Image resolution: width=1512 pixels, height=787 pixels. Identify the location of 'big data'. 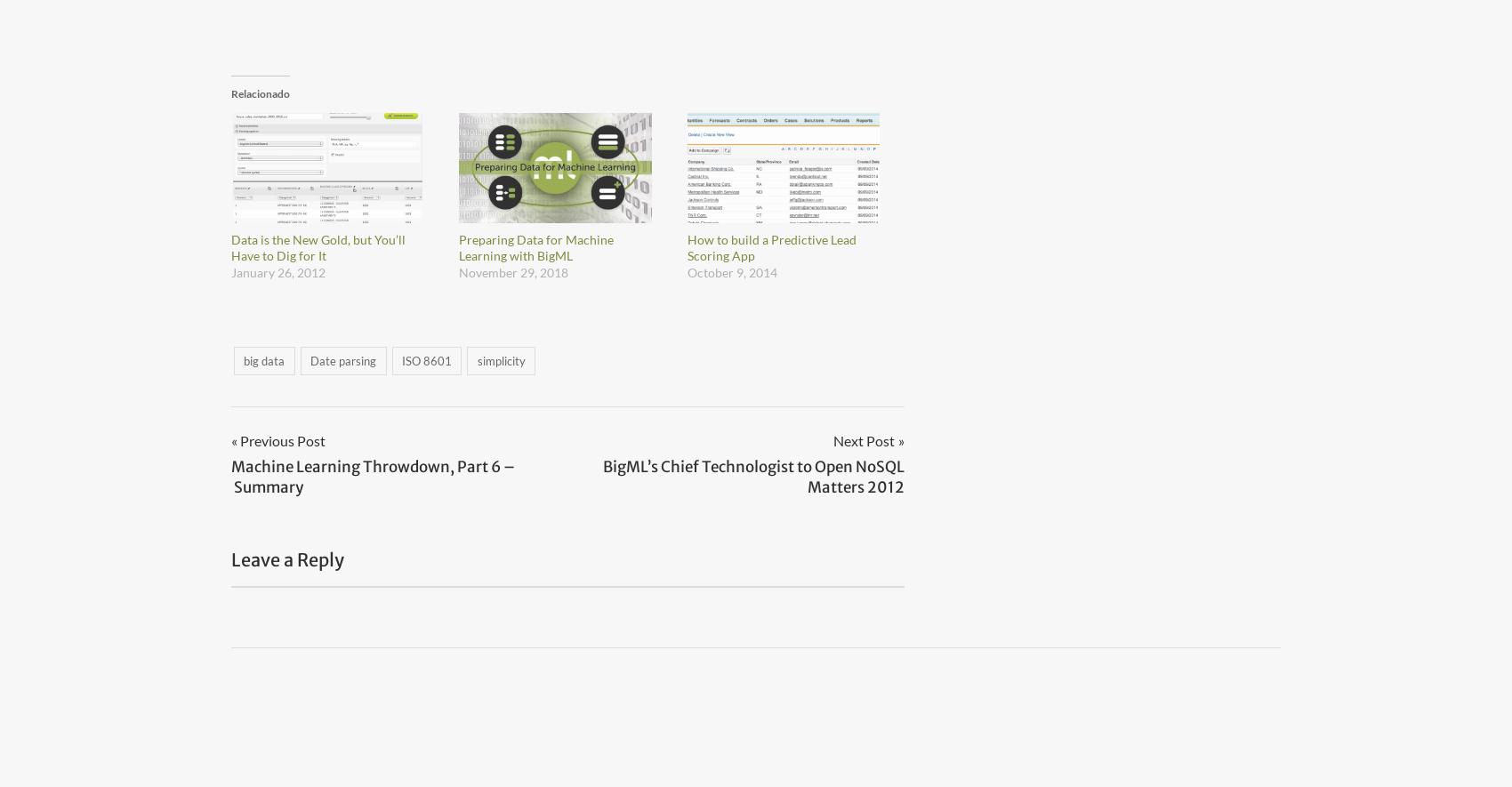
(263, 359).